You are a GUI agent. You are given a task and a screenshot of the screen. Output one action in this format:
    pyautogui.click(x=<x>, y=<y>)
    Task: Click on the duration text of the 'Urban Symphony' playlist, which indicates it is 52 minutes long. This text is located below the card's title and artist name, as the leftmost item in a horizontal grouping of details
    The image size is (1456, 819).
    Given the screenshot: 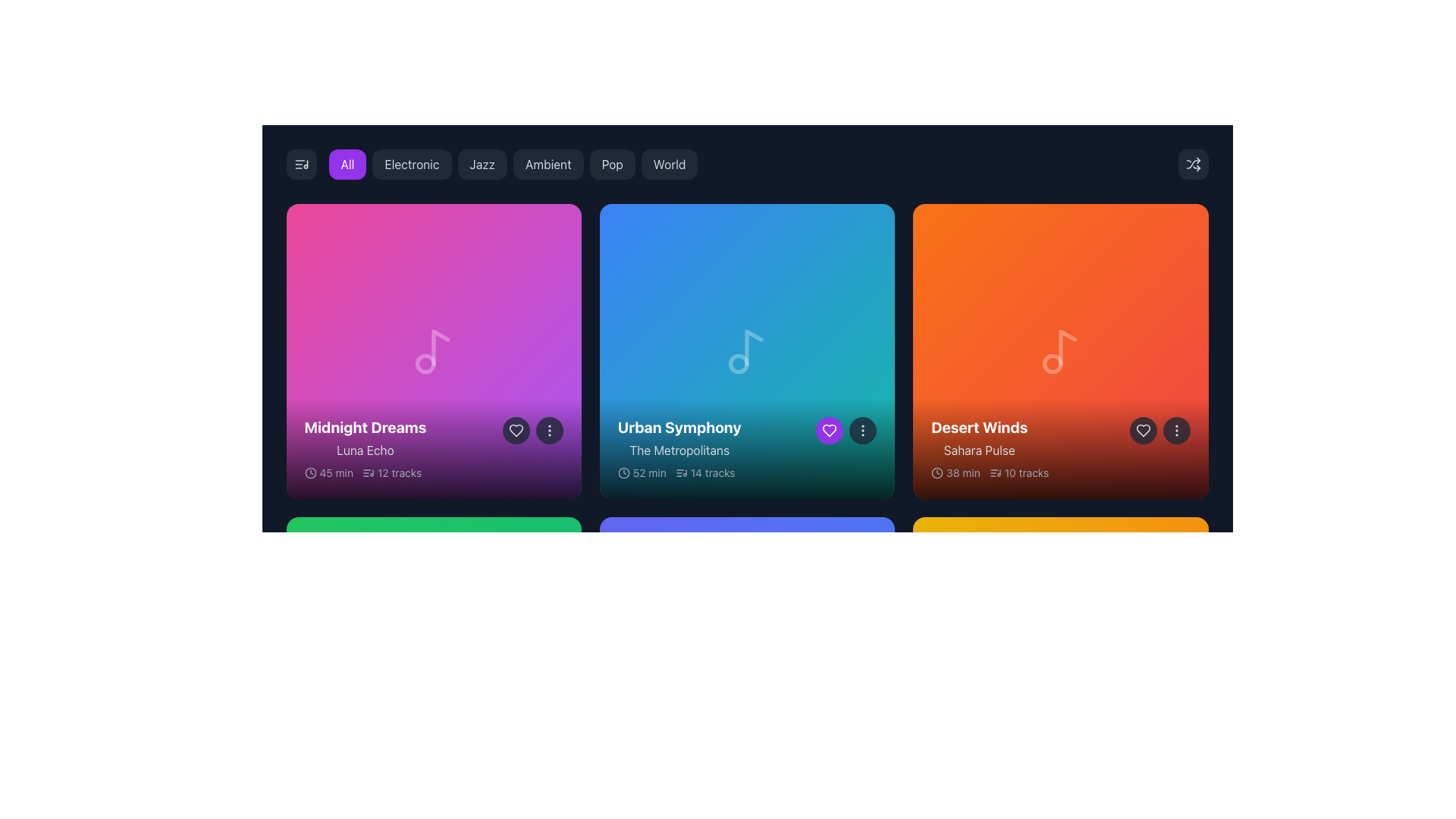 What is the action you would take?
    pyautogui.click(x=642, y=472)
    